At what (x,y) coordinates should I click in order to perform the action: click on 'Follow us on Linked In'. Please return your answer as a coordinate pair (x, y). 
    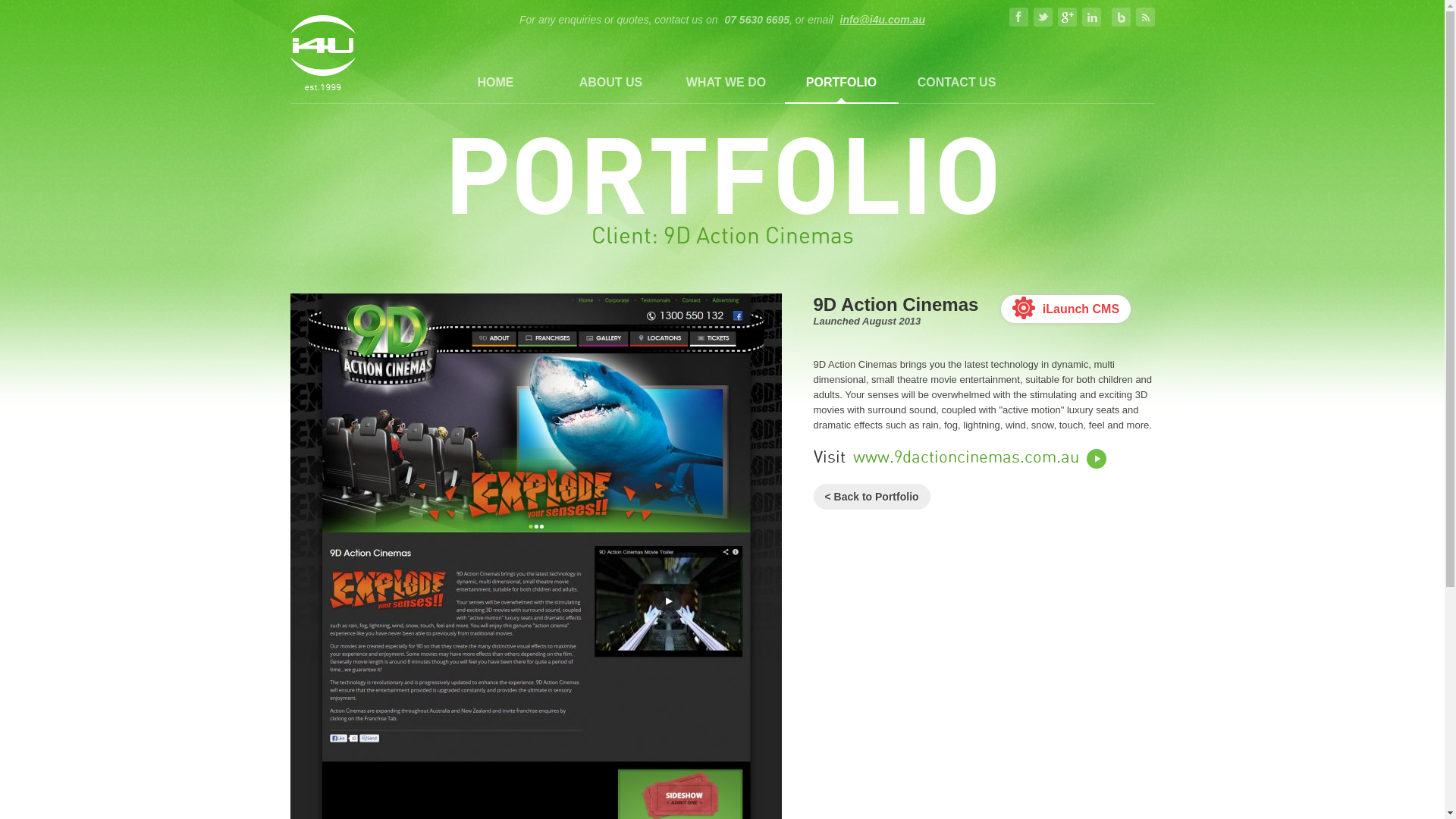
    Looking at the image, I should click on (1090, 17).